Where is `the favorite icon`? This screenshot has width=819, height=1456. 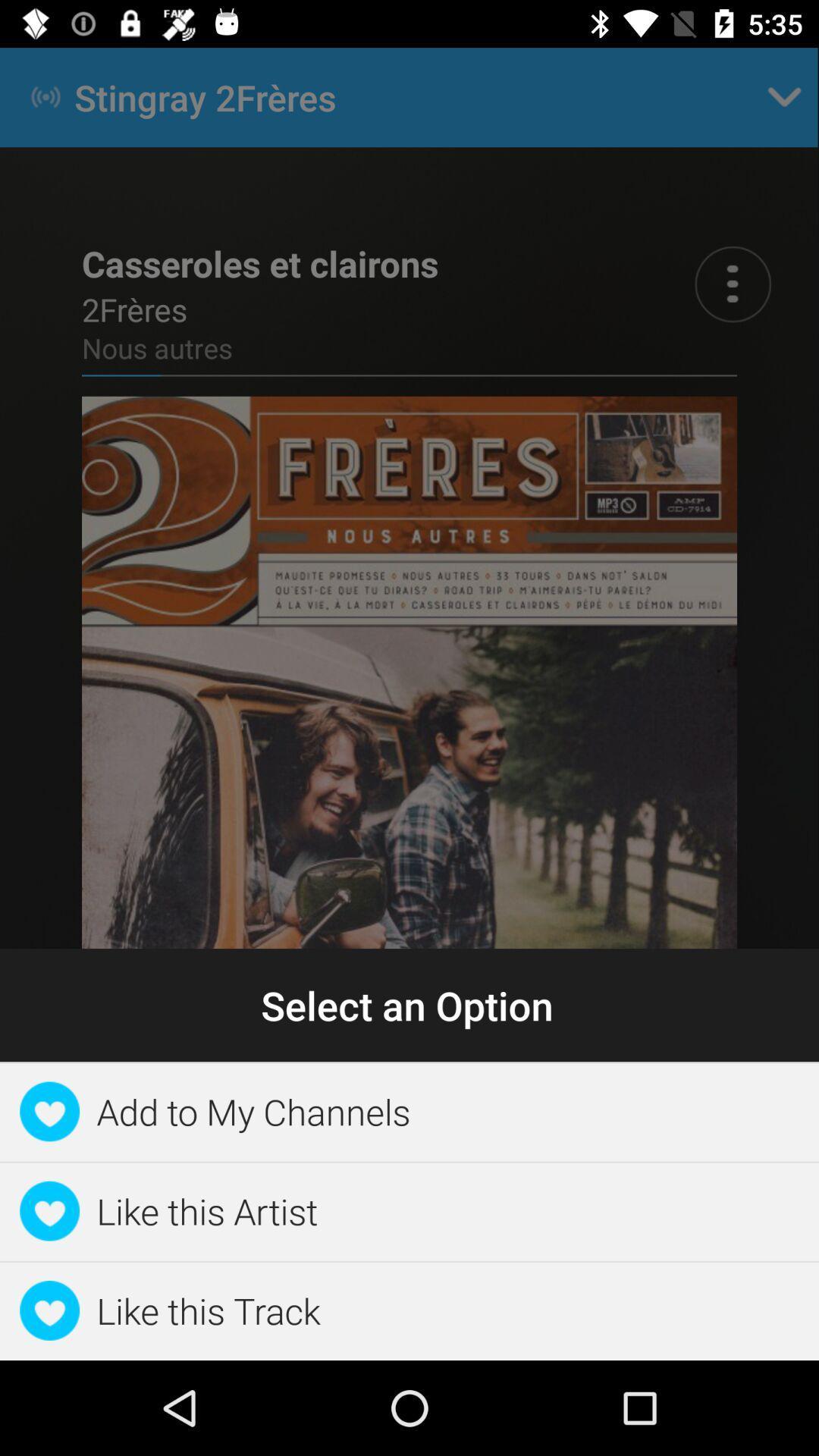 the favorite icon is located at coordinates (81, 1156).